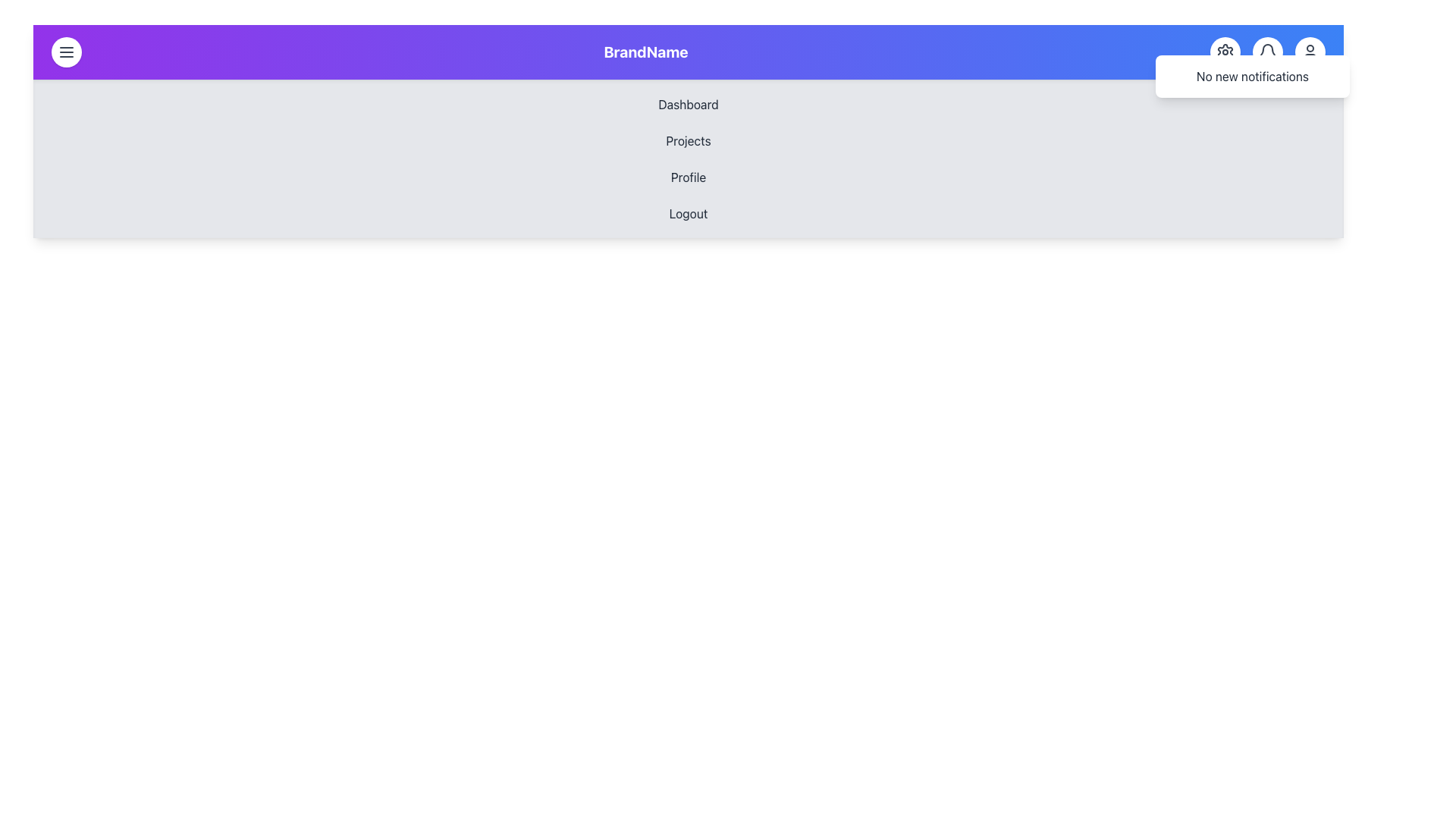  What do you see at coordinates (1267, 52) in the screenshot?
I see `the notification button located in the middle of three circular buttons at the top navigation bar` at bounding box center [1267, 52].